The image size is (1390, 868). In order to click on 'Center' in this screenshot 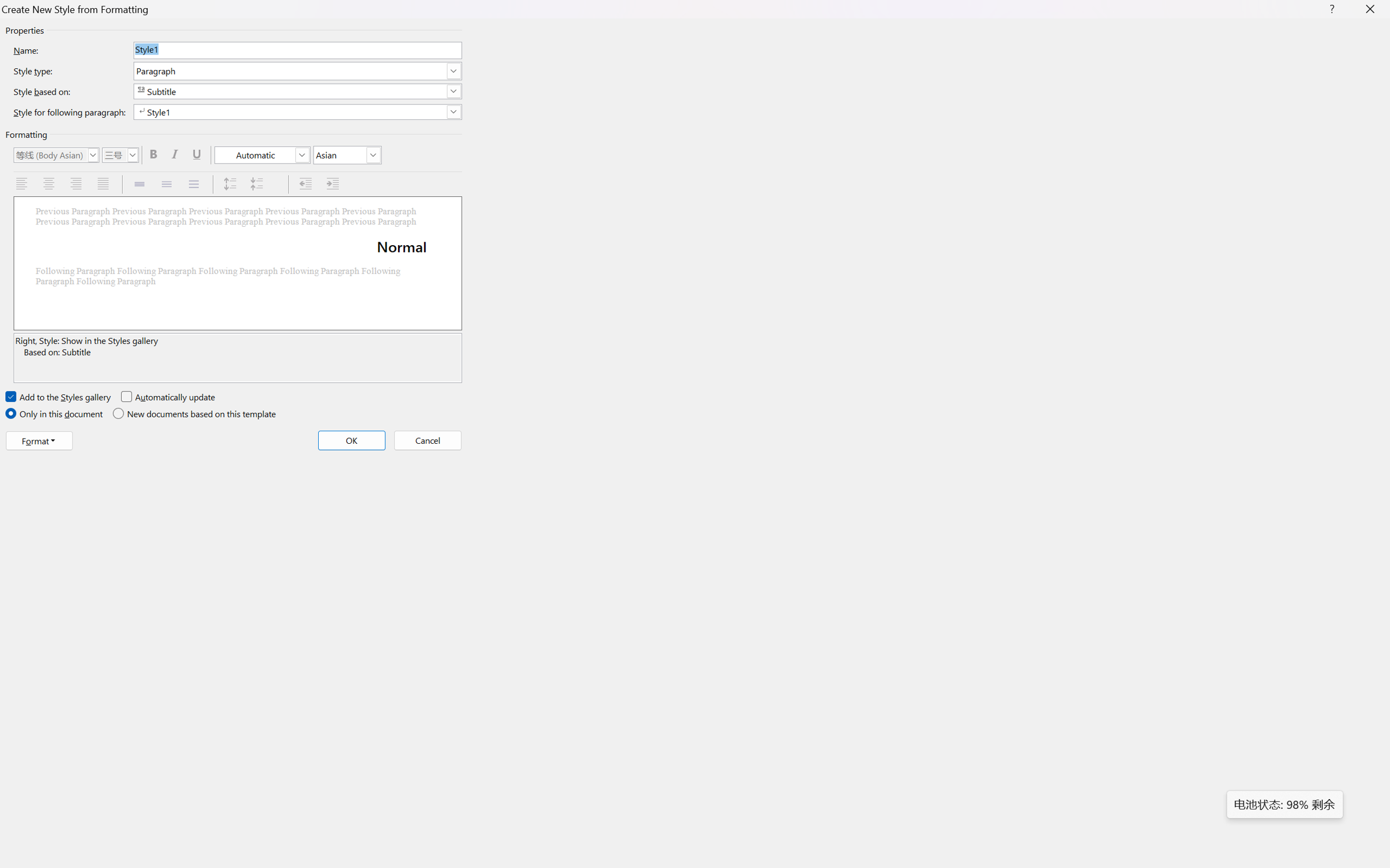, I will do `click(49, 184)`.